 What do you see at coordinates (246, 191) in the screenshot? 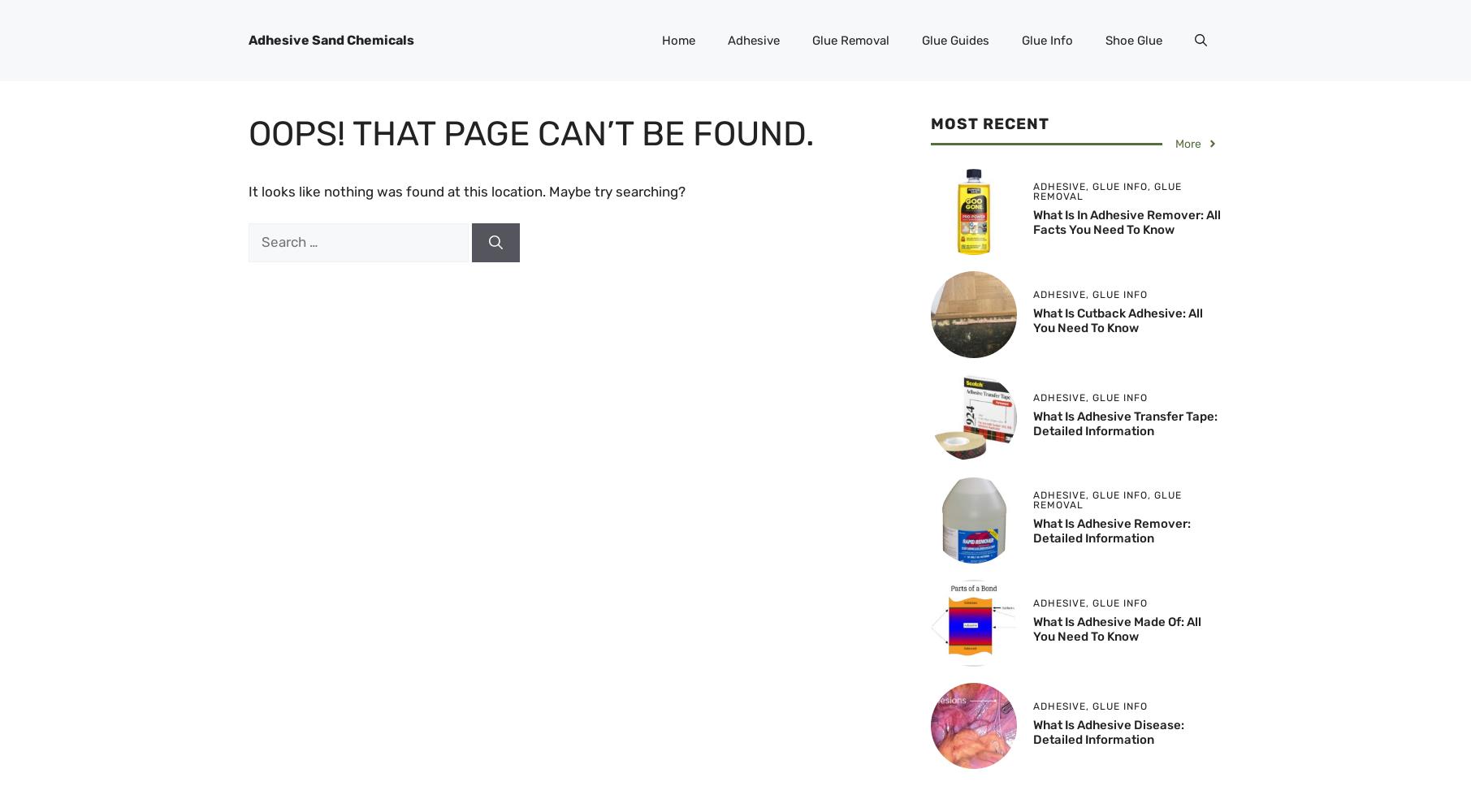
I see `'It looks like nothing was found at this location. Maybe try searching?'` at bounding box center [246, 191].